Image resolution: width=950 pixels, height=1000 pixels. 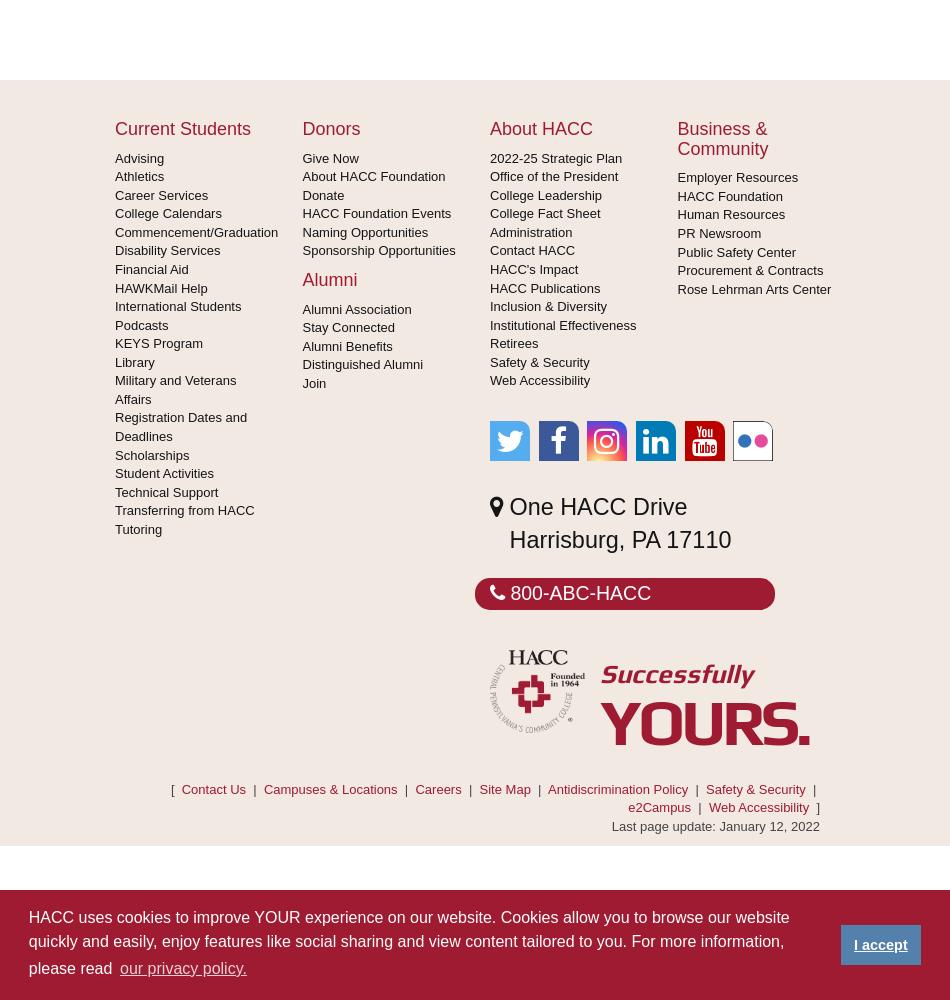 I want to click on 'Student Activities', so click(x=115, y=472).